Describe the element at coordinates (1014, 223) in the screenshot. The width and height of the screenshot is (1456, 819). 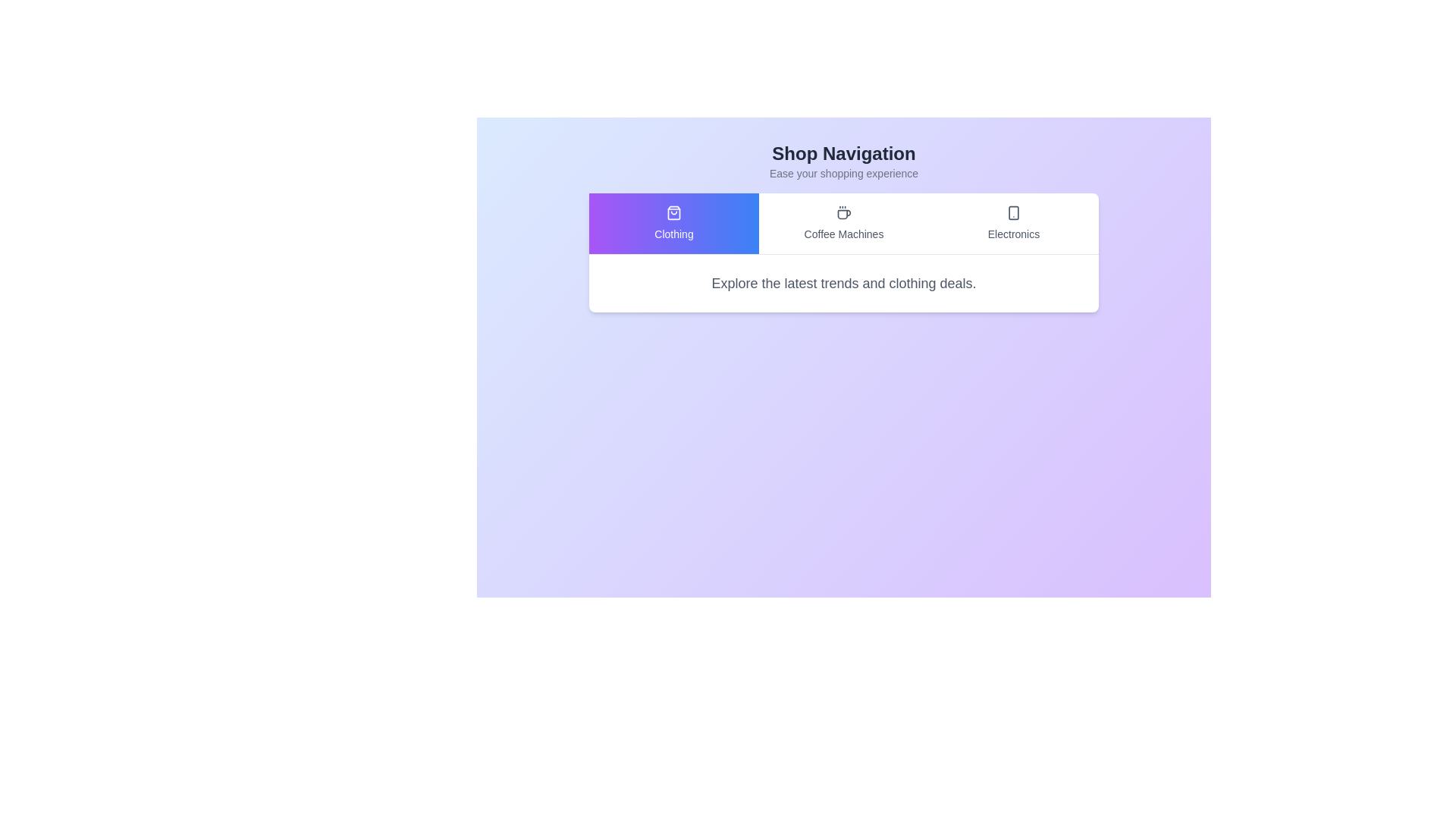
I see `the tab labeled Electronics to observe the hover effect` at that location.